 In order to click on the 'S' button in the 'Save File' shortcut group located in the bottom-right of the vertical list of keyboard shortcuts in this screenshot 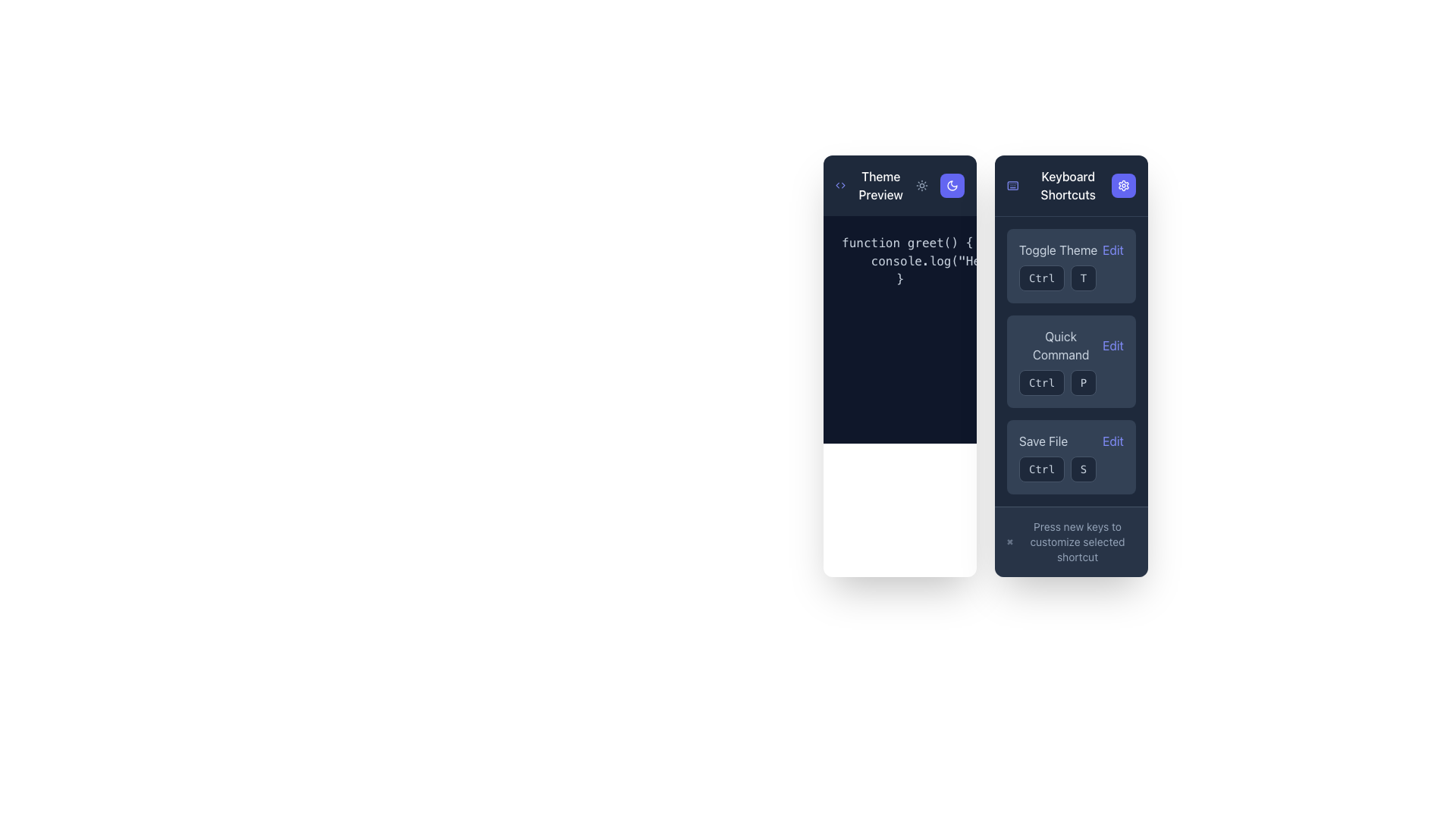, I will do `click(1082, 468)`.